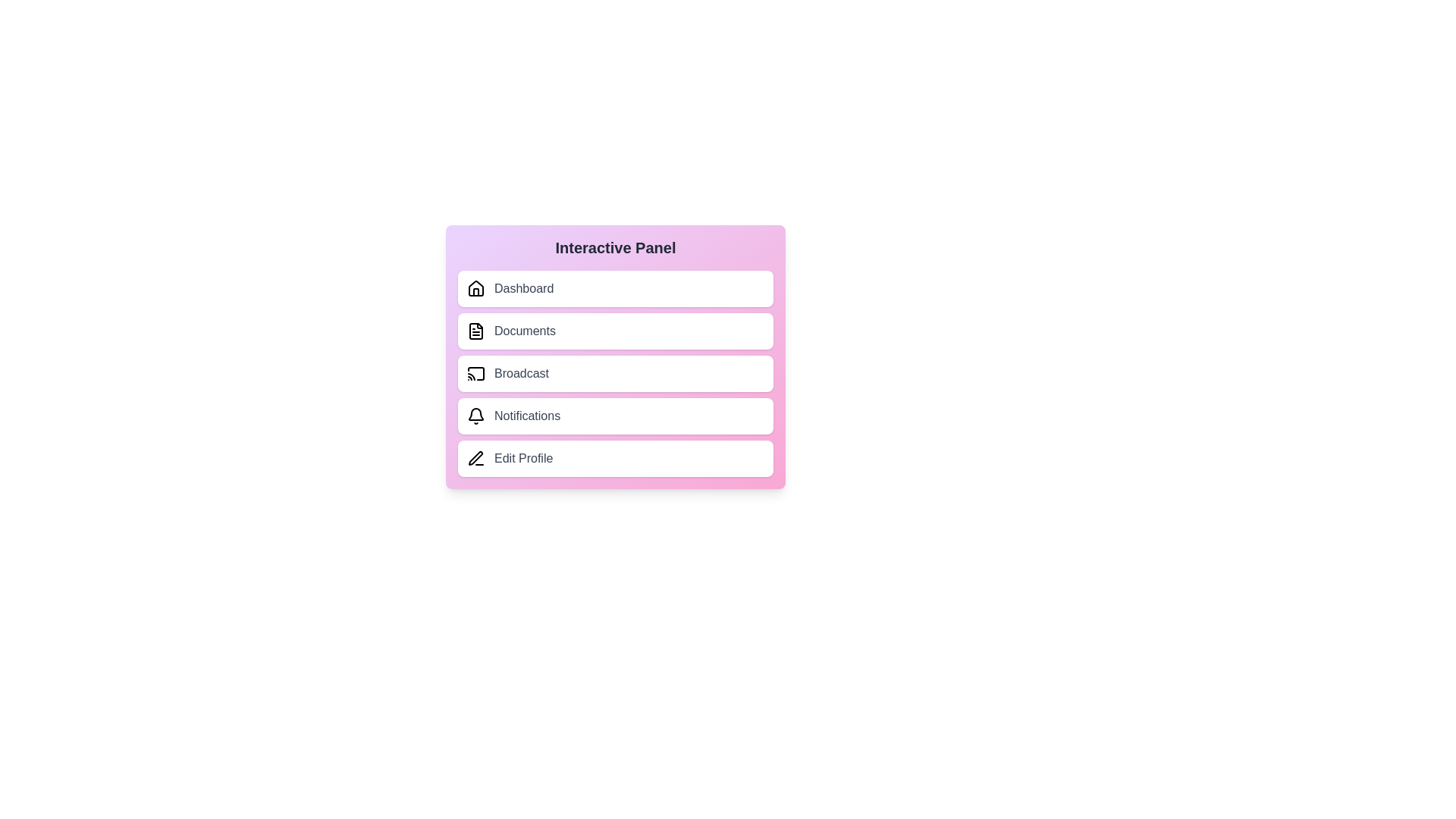 Image resolution: width=1456 pixels, height=819 pixels. I want to click on the list item labeled Dashboard, so click(615, 289).